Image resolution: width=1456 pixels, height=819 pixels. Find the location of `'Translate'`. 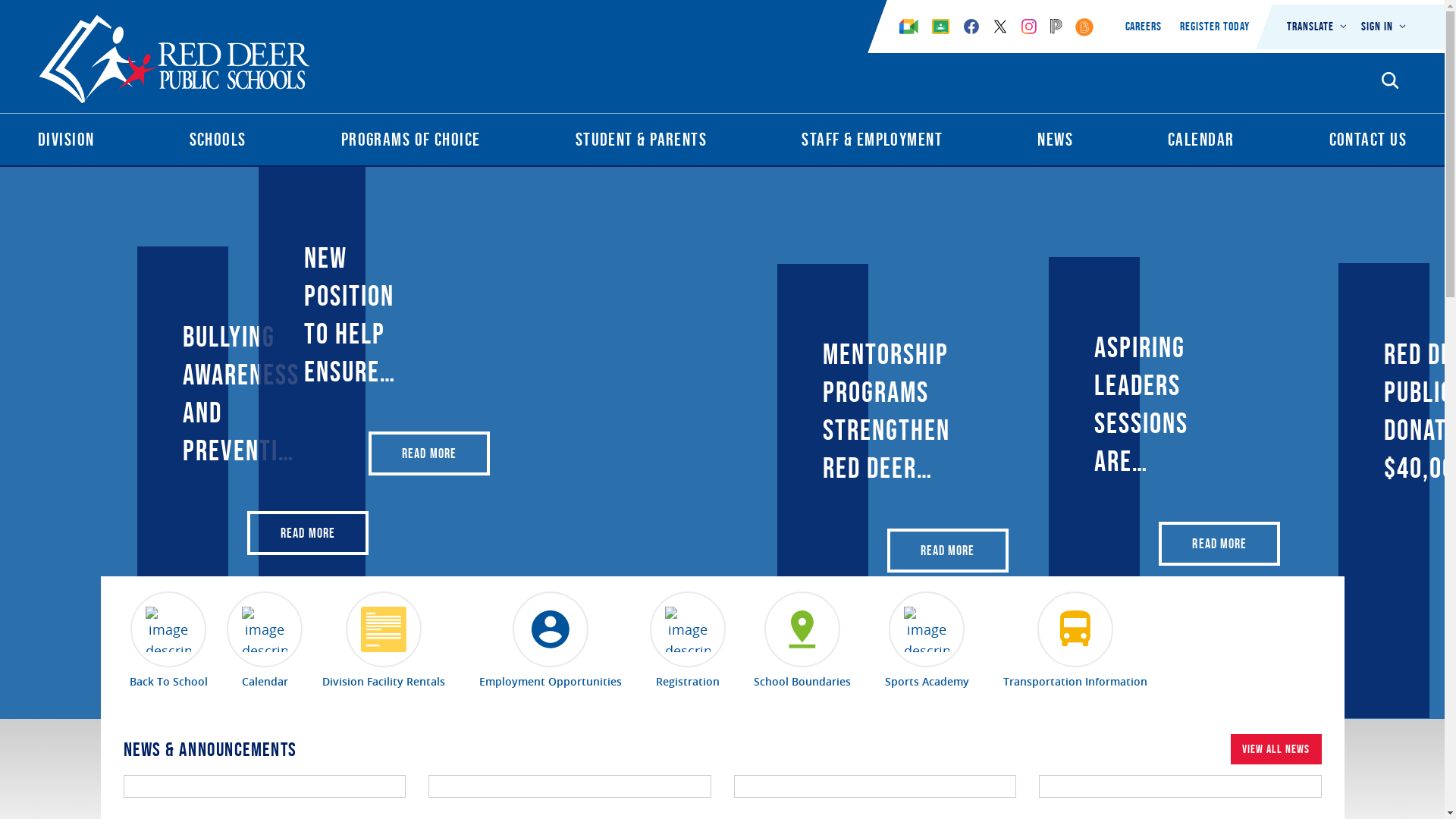

'Translate' is located at coordinates (1316, 27).